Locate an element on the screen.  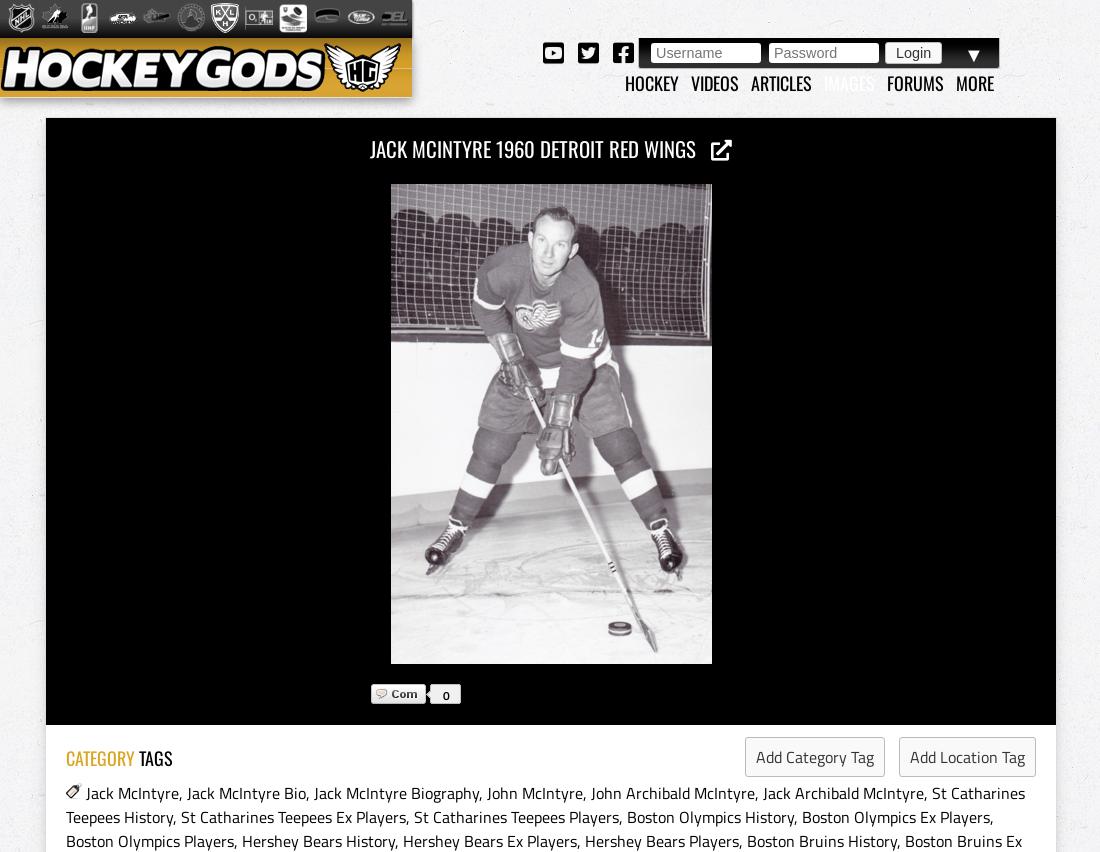
'Jack McIntyre Bio' is located at coordinates (246, 792).